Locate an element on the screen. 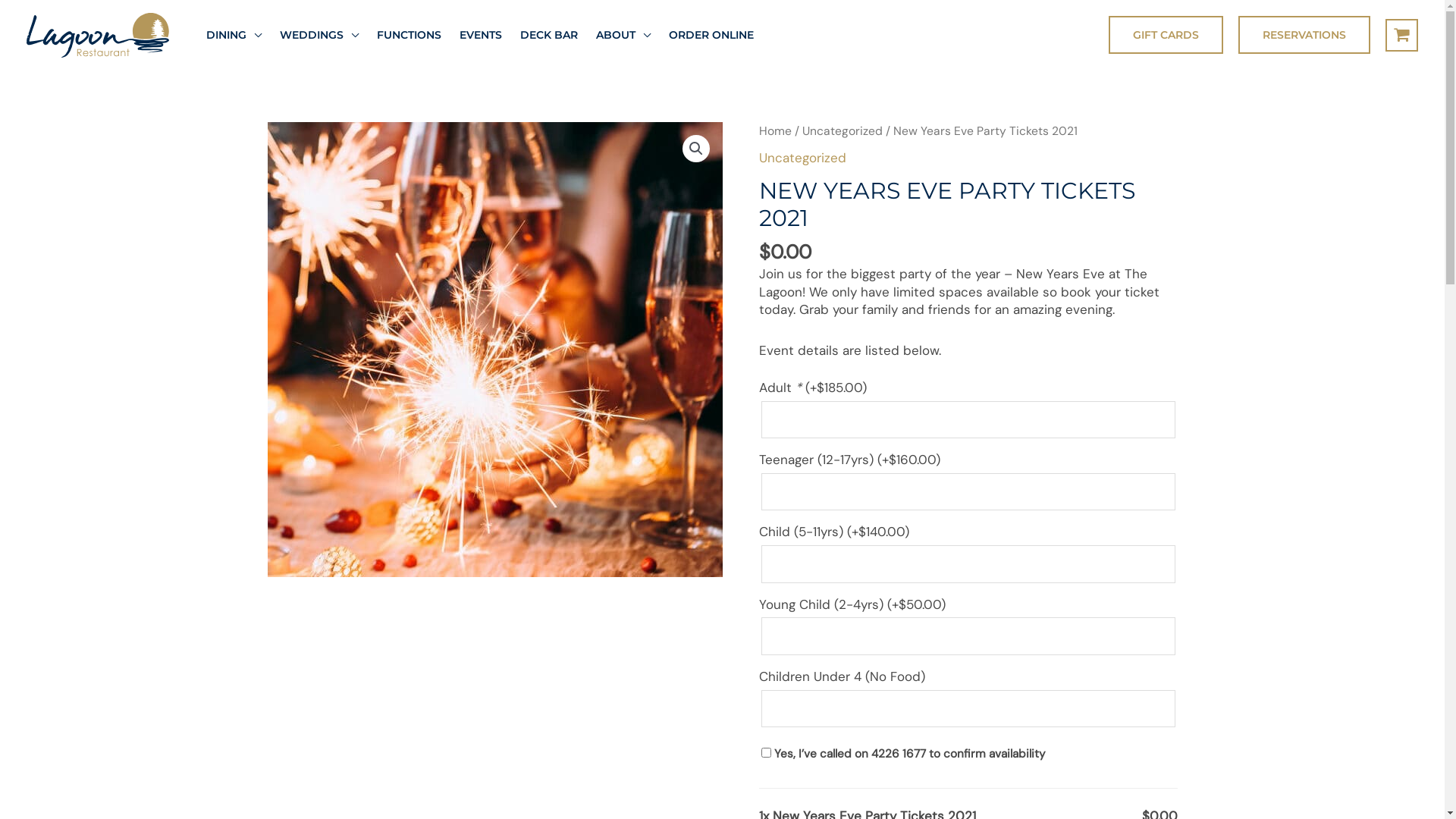 The height and width of the screenshot is (819, 1456). 'FUNCTIONS' is located at coordinates (409, 34).